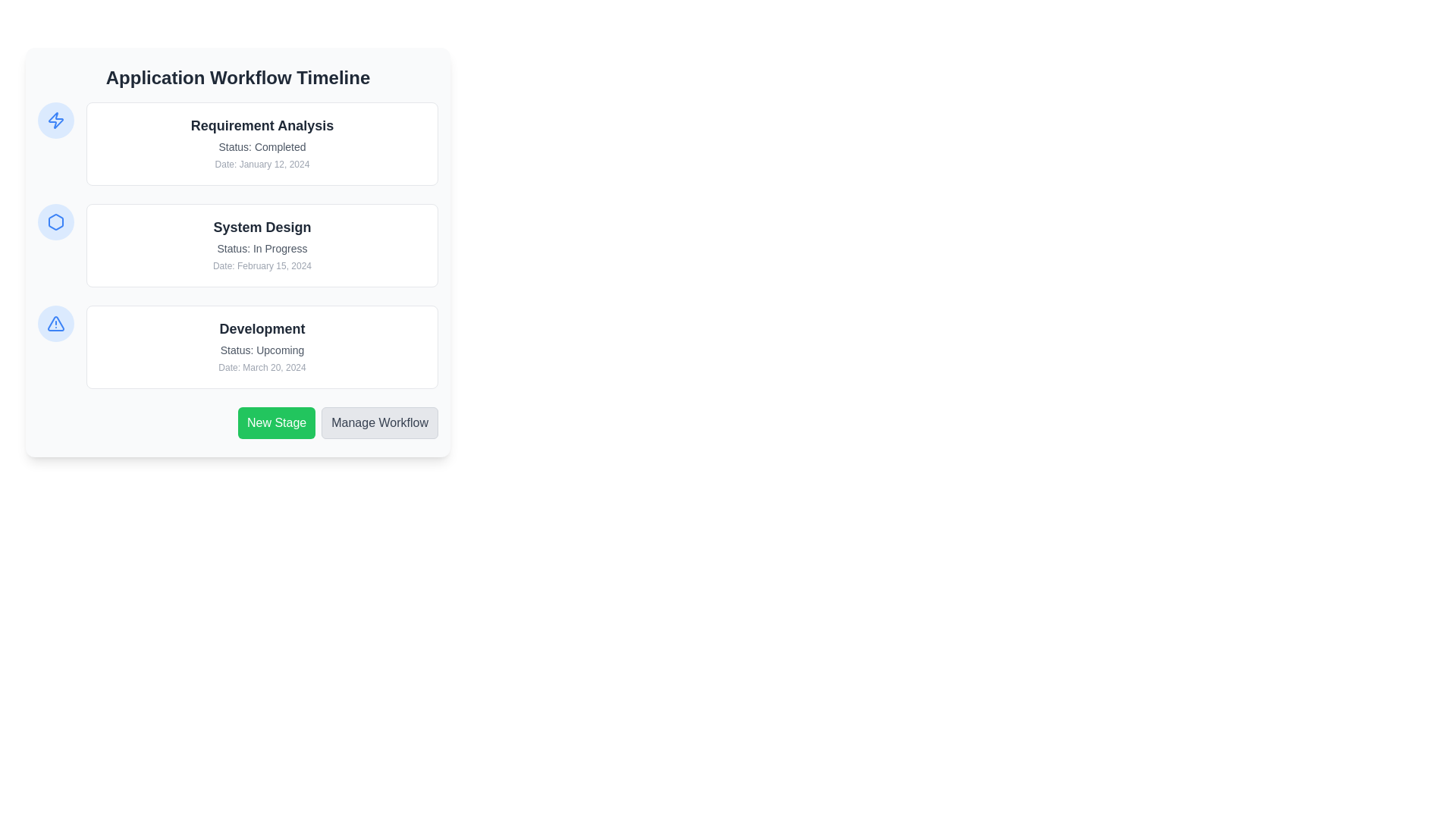 This screenshot has width=1456, height=819. I want to click on the 'Development' Informational card, which is the third item in the workflow list, so click(262, 347).